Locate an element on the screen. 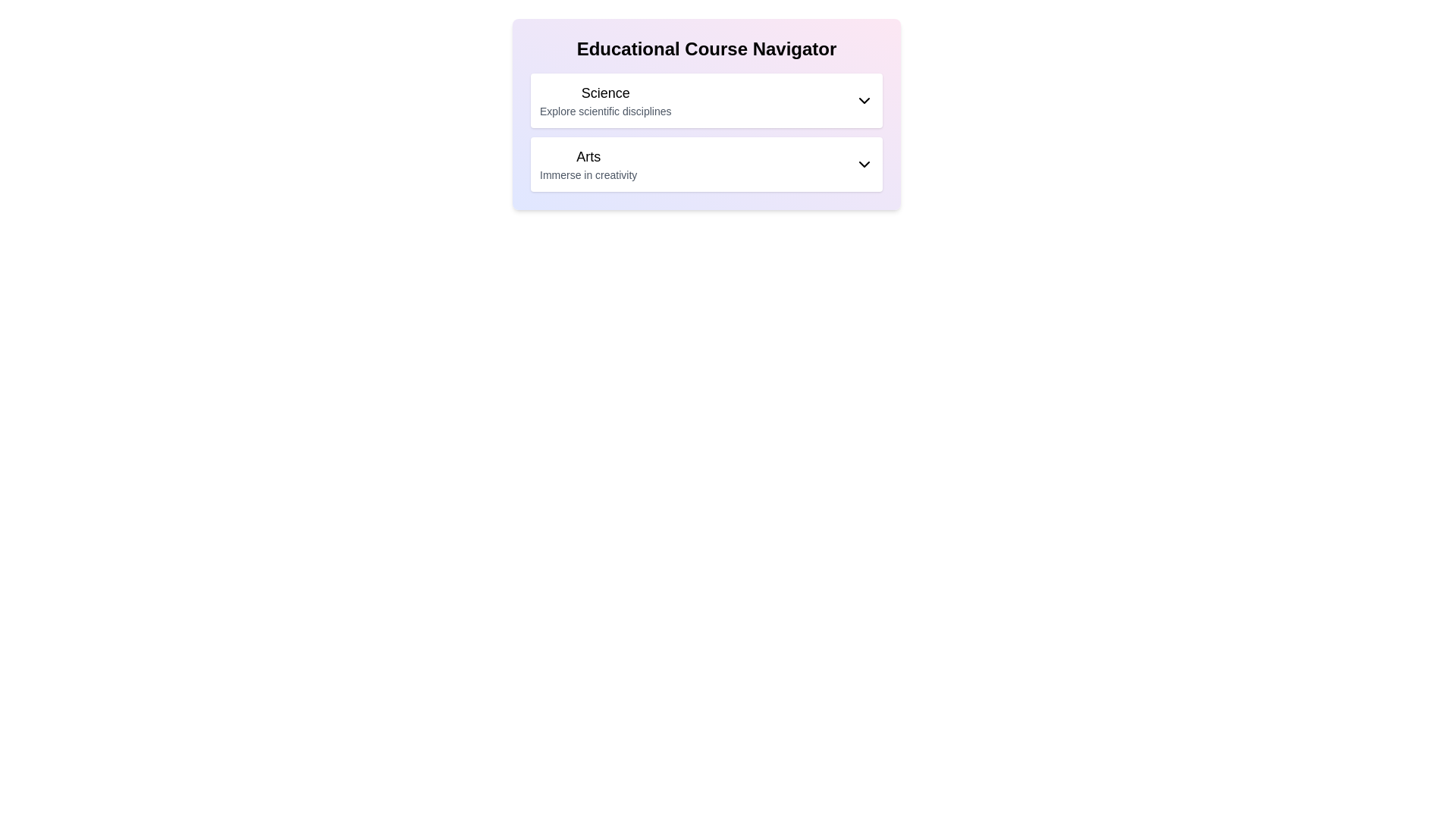  the chevron icon located to the far right of the 'Science' section, next to the text 'Explore scientific disciplines' is located at coordinates (864, 100).